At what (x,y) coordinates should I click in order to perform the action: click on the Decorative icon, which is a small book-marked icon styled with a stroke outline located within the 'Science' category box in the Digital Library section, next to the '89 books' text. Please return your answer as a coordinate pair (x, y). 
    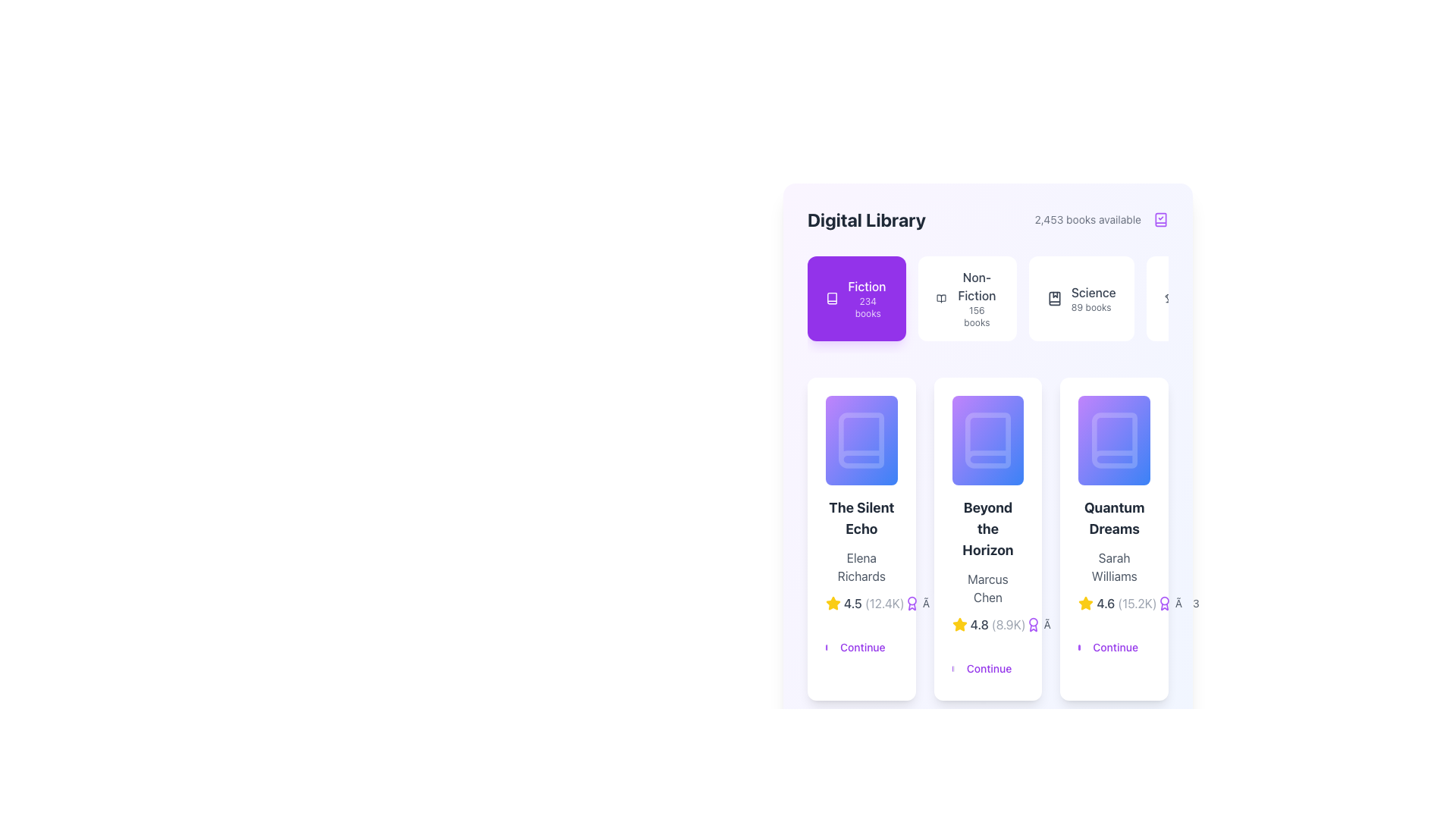
    Looking at the image, I should click on (1053, 298).